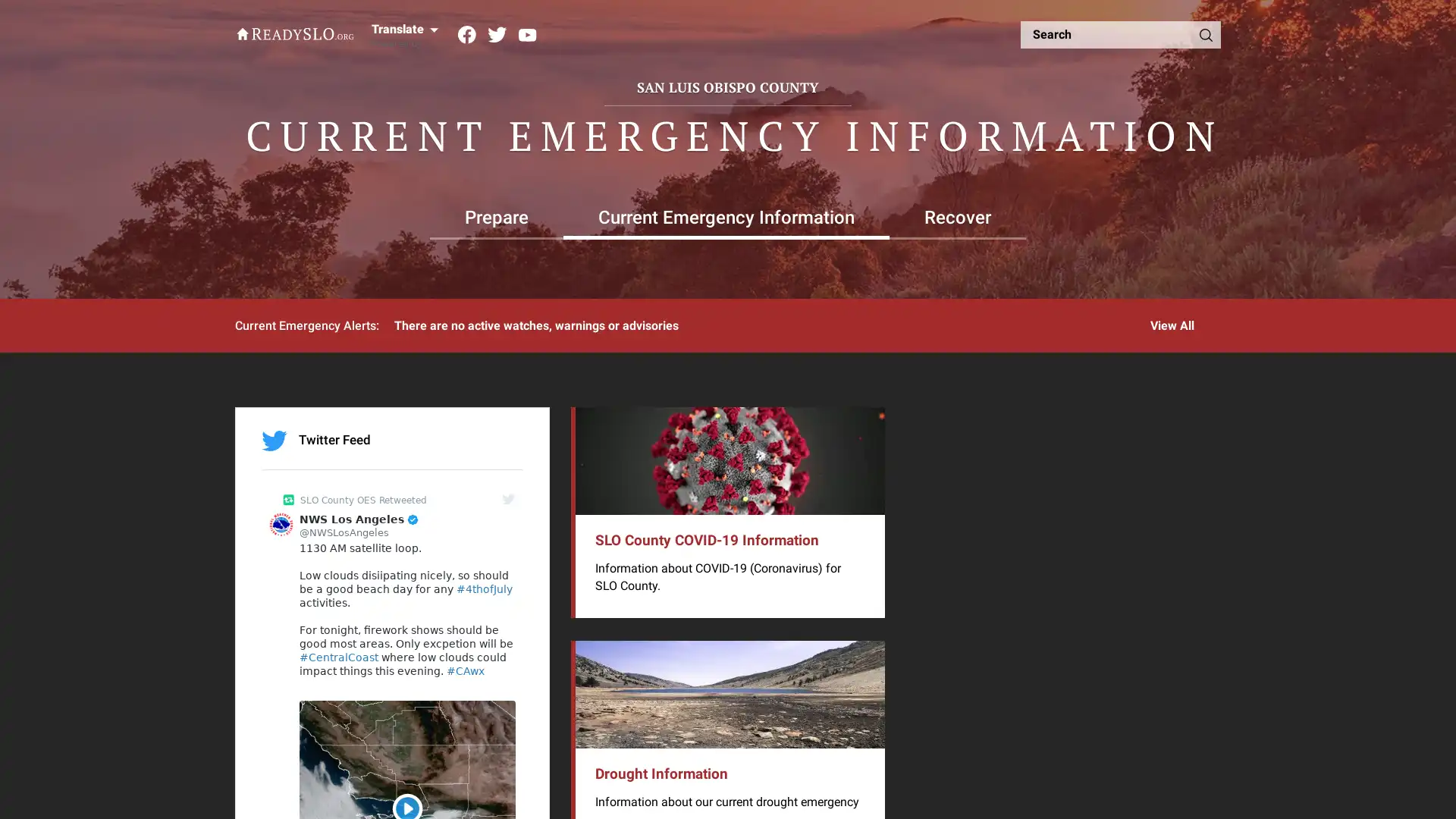 The image size is (1456, 819). Describe the element at coordinates (1204, 34) in the screenshot. I see `SEARCH` at that location.